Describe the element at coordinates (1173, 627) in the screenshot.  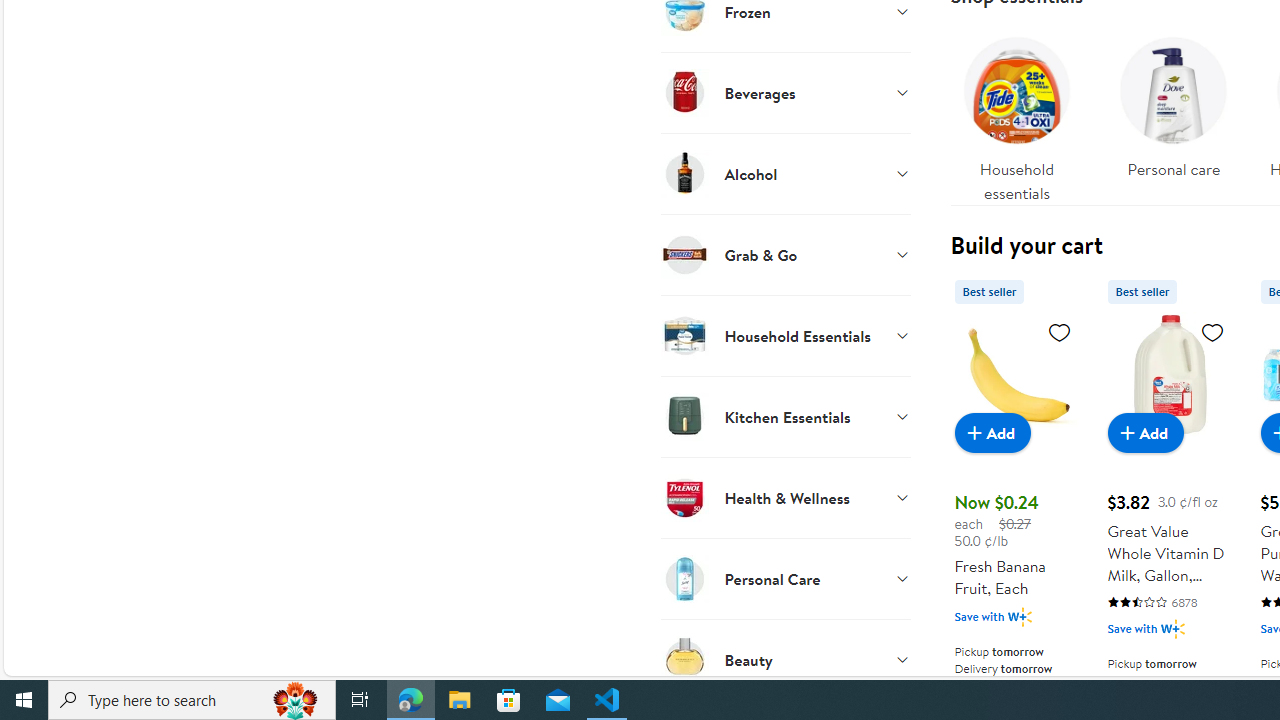
I see `'Walmart Plus'` at that location.